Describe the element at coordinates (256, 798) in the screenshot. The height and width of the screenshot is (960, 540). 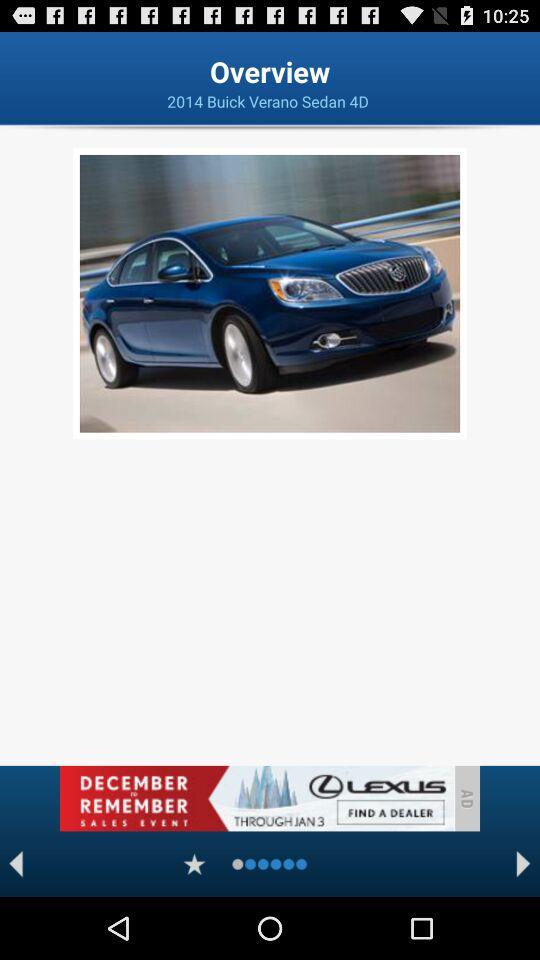
I see `advertisement` at that location.